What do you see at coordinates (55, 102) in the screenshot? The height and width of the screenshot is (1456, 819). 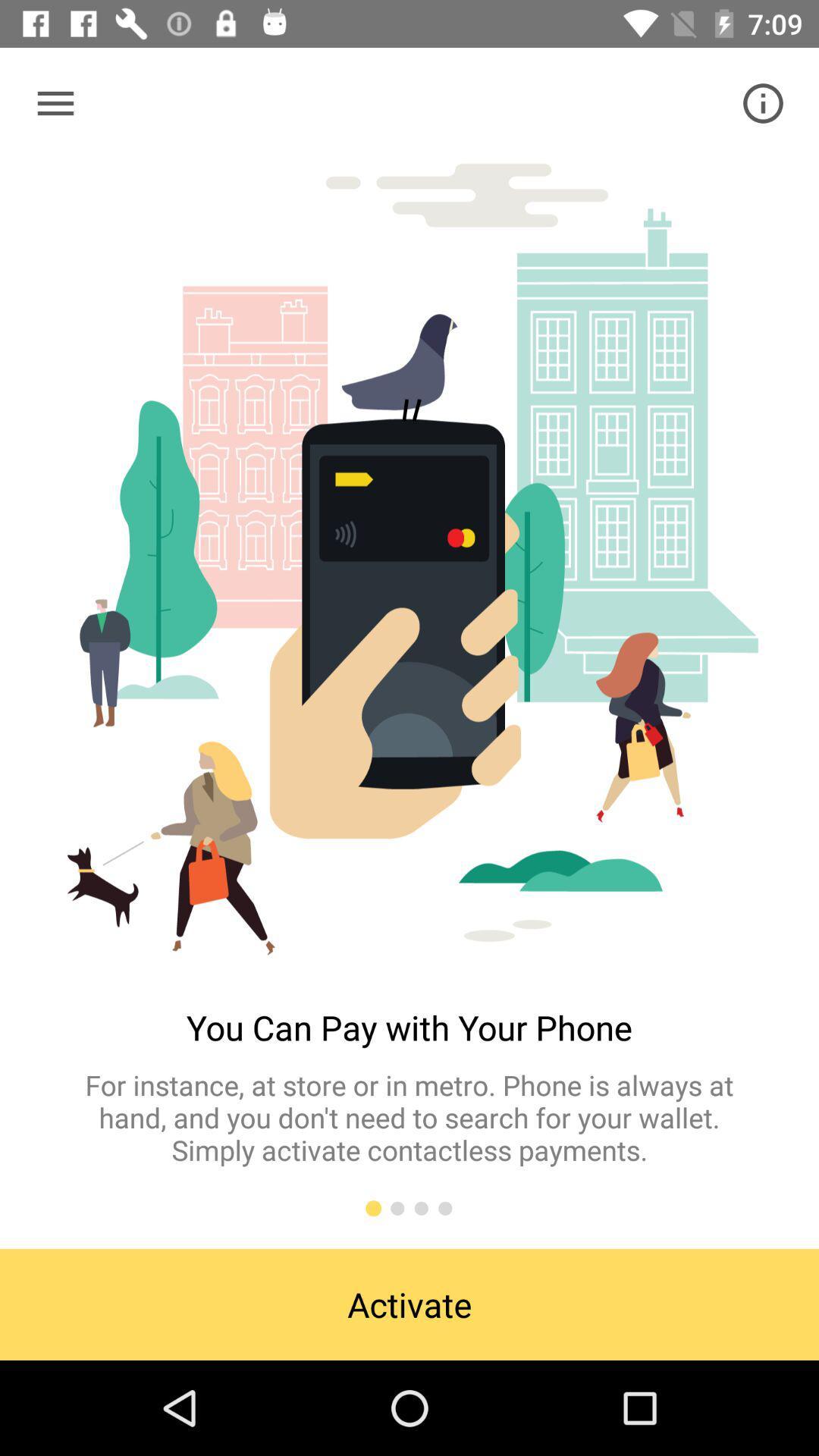 I see `item at the top left corner` at bounding box center [55, 102].